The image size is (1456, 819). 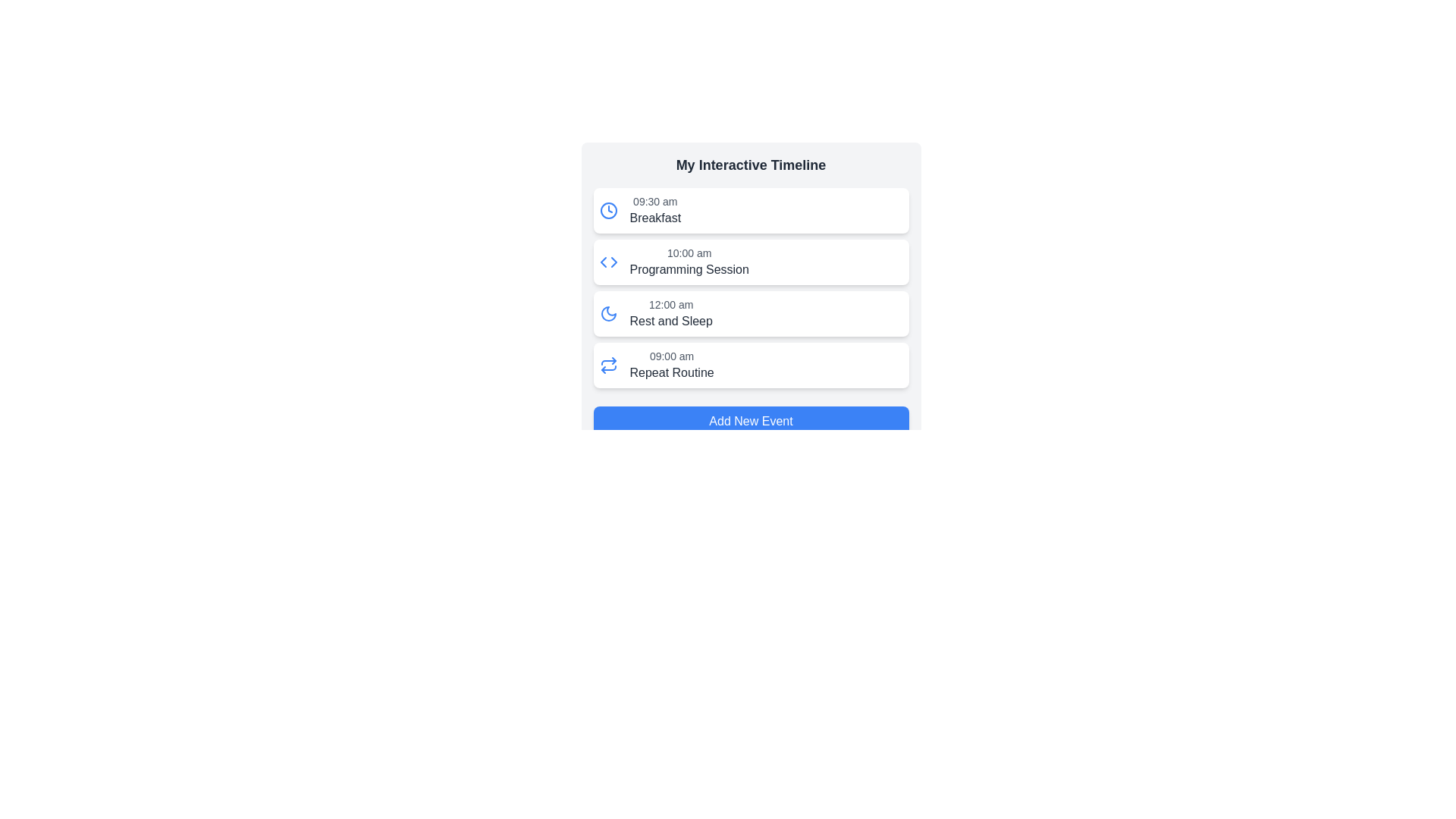 I want to click on the text label that indicates the start time for the 'Rest and Sleep' event in the timeline interface, so click(x=670, y=304).